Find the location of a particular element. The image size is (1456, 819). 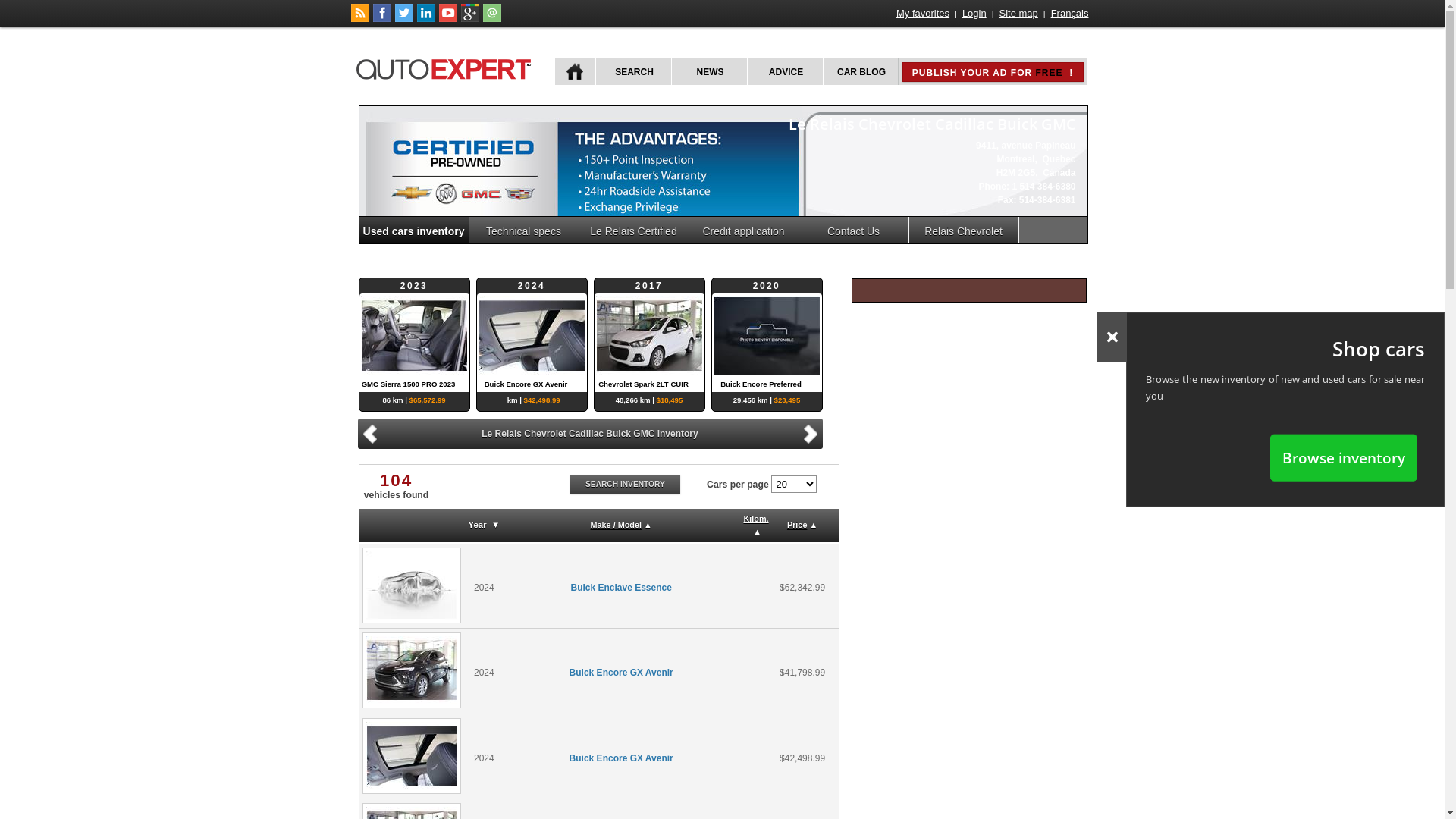

'Contact Us' is located at coordinates (854, 230).